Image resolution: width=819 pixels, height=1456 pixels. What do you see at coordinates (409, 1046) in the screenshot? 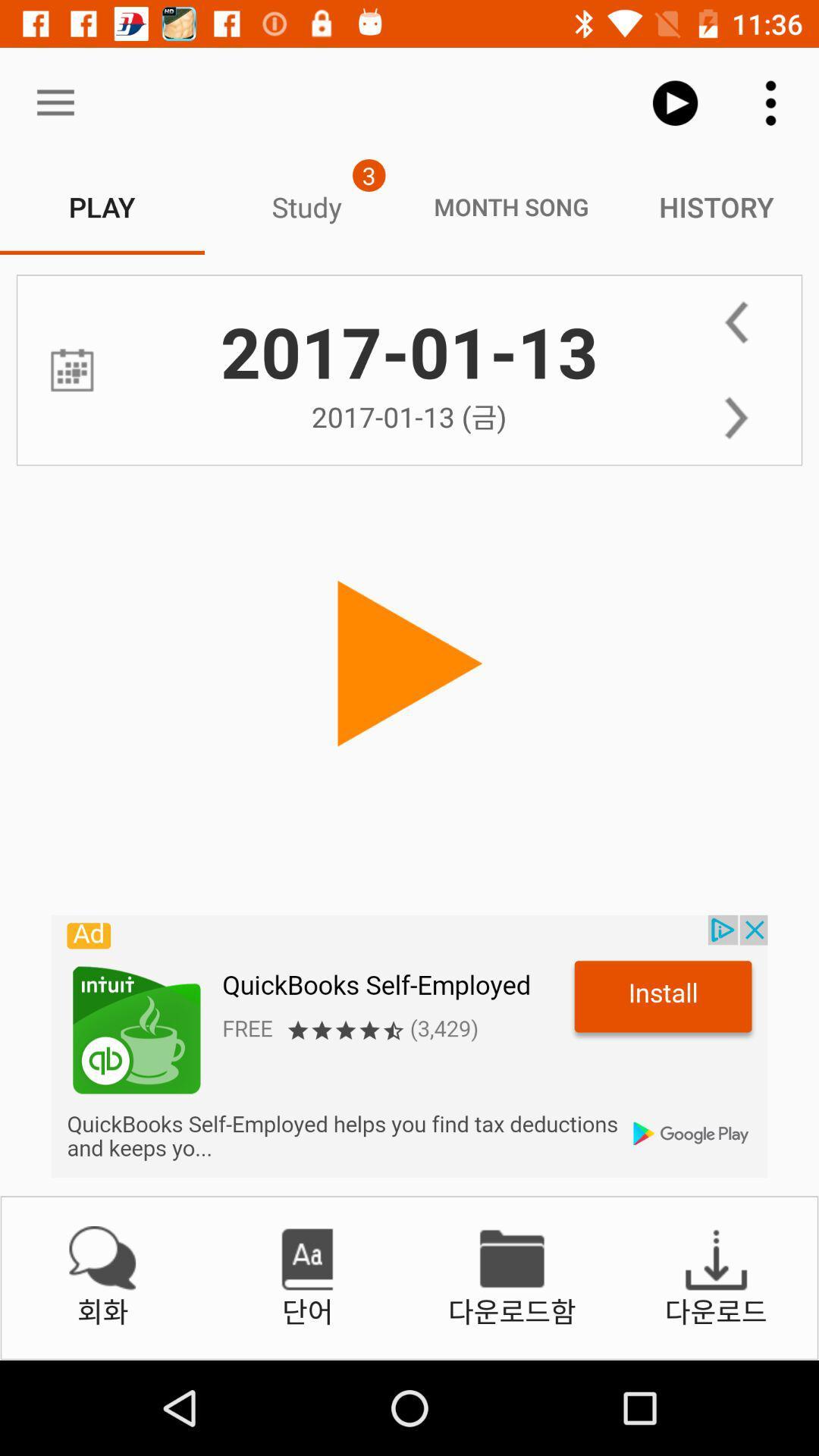
I see `click advertisement` at bounding box center [409, 1046].